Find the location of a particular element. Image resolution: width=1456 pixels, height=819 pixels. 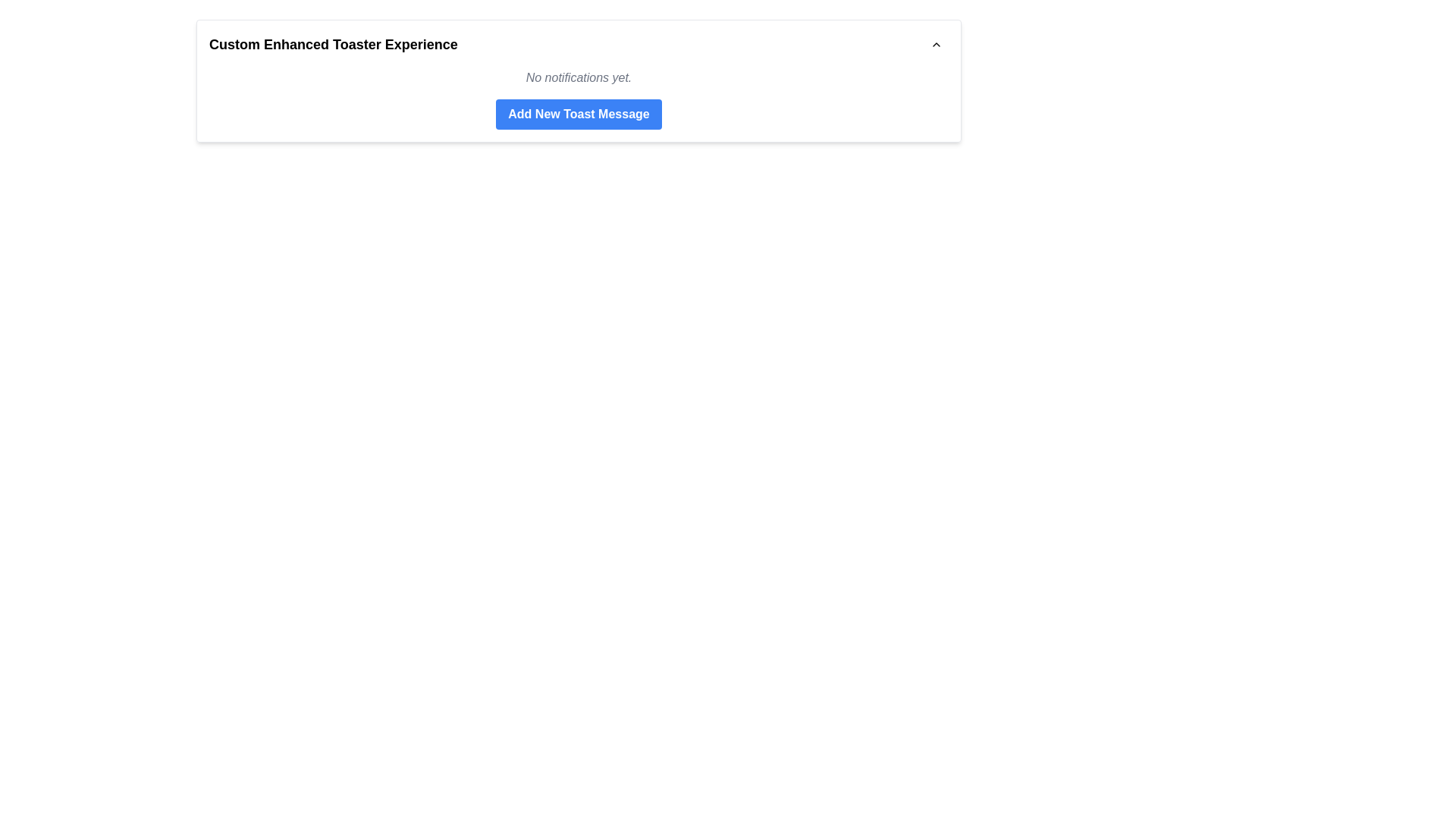

the informational text element indicating that there are currently no notifications for the user, located above the 'Add New Toast Message' button is located at coordinates (578, 77).